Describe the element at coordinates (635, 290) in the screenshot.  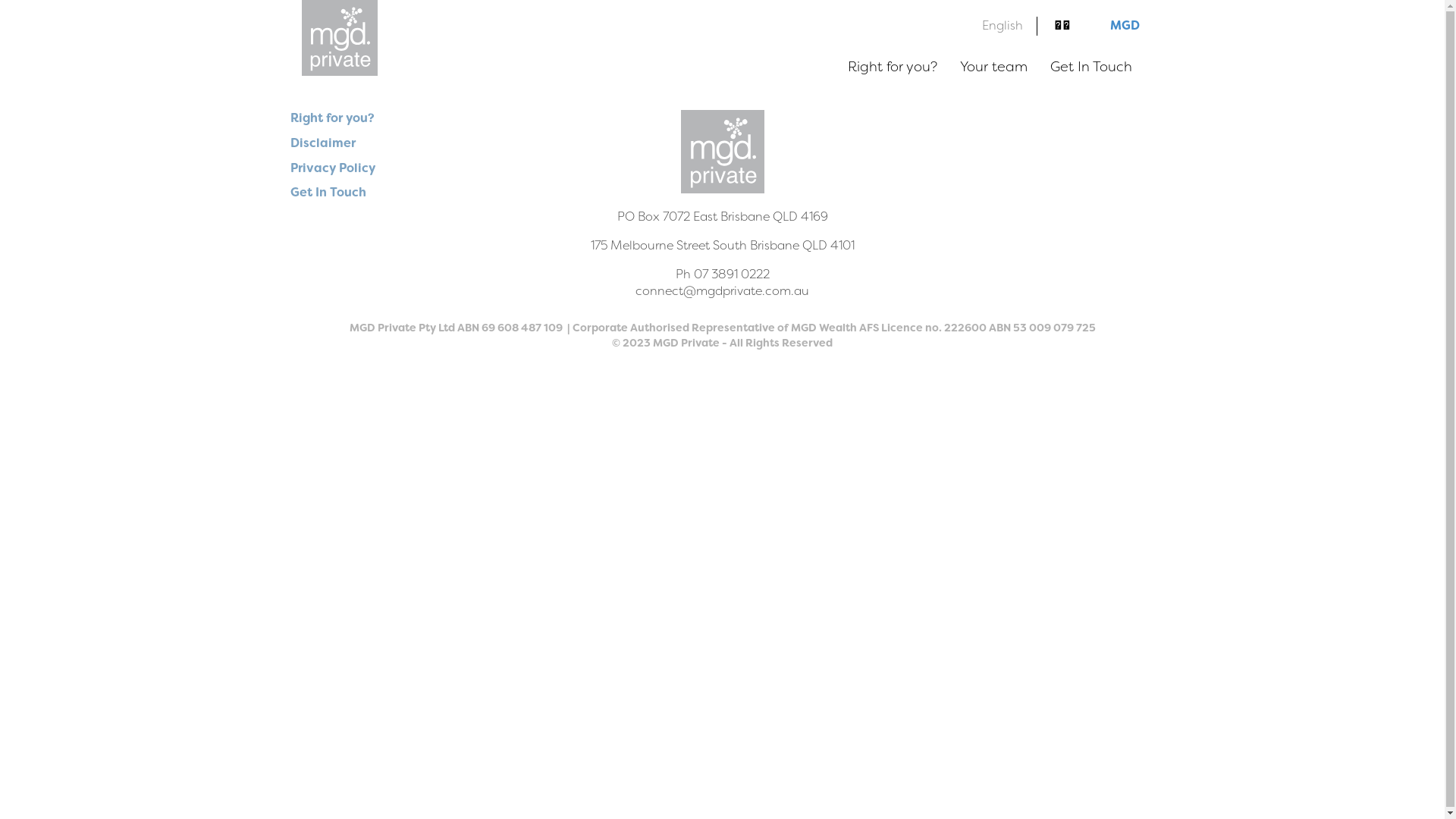
I see `'connect@mgdprivate.com.au'` at that location.